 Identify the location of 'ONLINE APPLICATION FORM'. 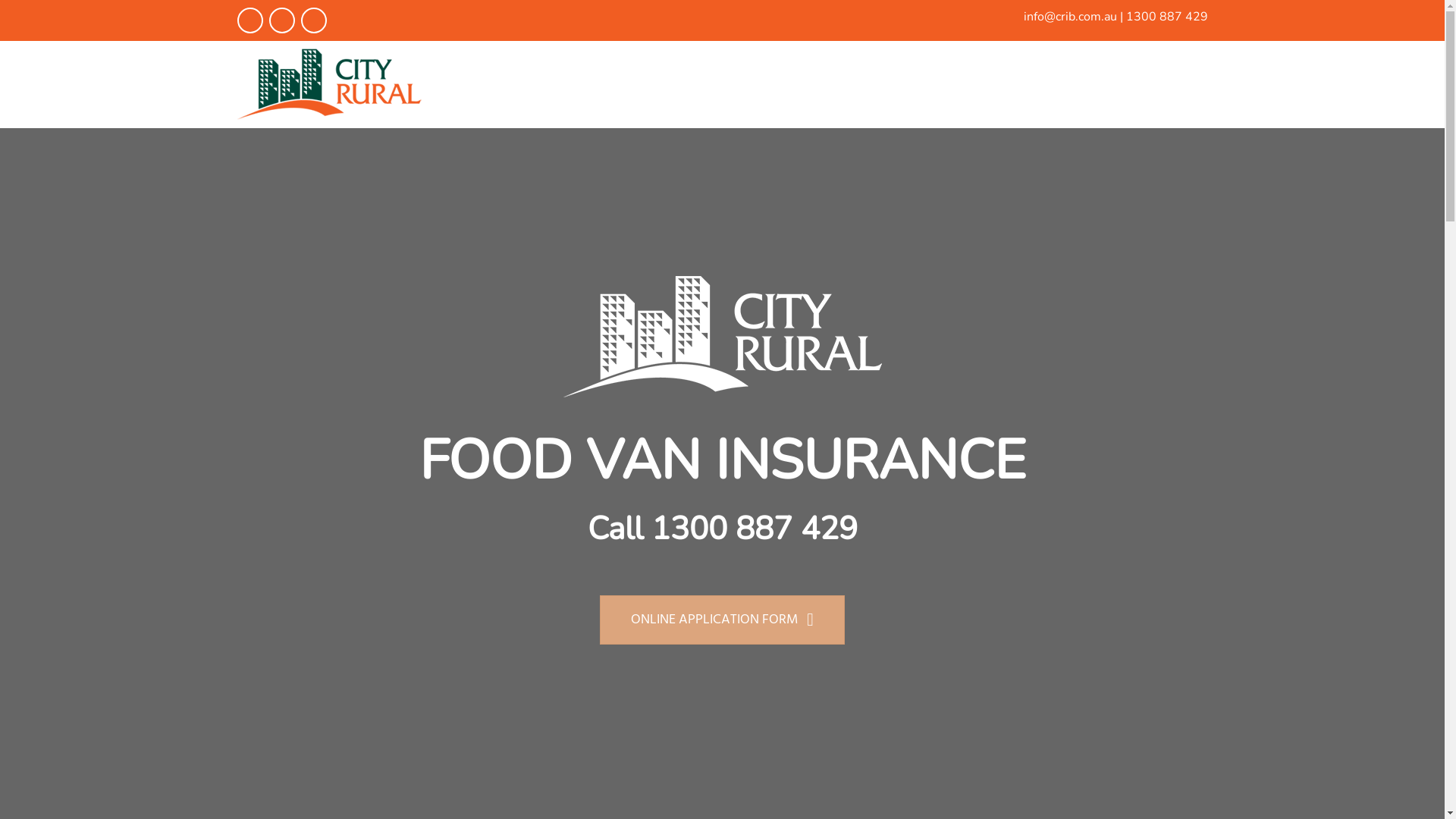
(721, 620).